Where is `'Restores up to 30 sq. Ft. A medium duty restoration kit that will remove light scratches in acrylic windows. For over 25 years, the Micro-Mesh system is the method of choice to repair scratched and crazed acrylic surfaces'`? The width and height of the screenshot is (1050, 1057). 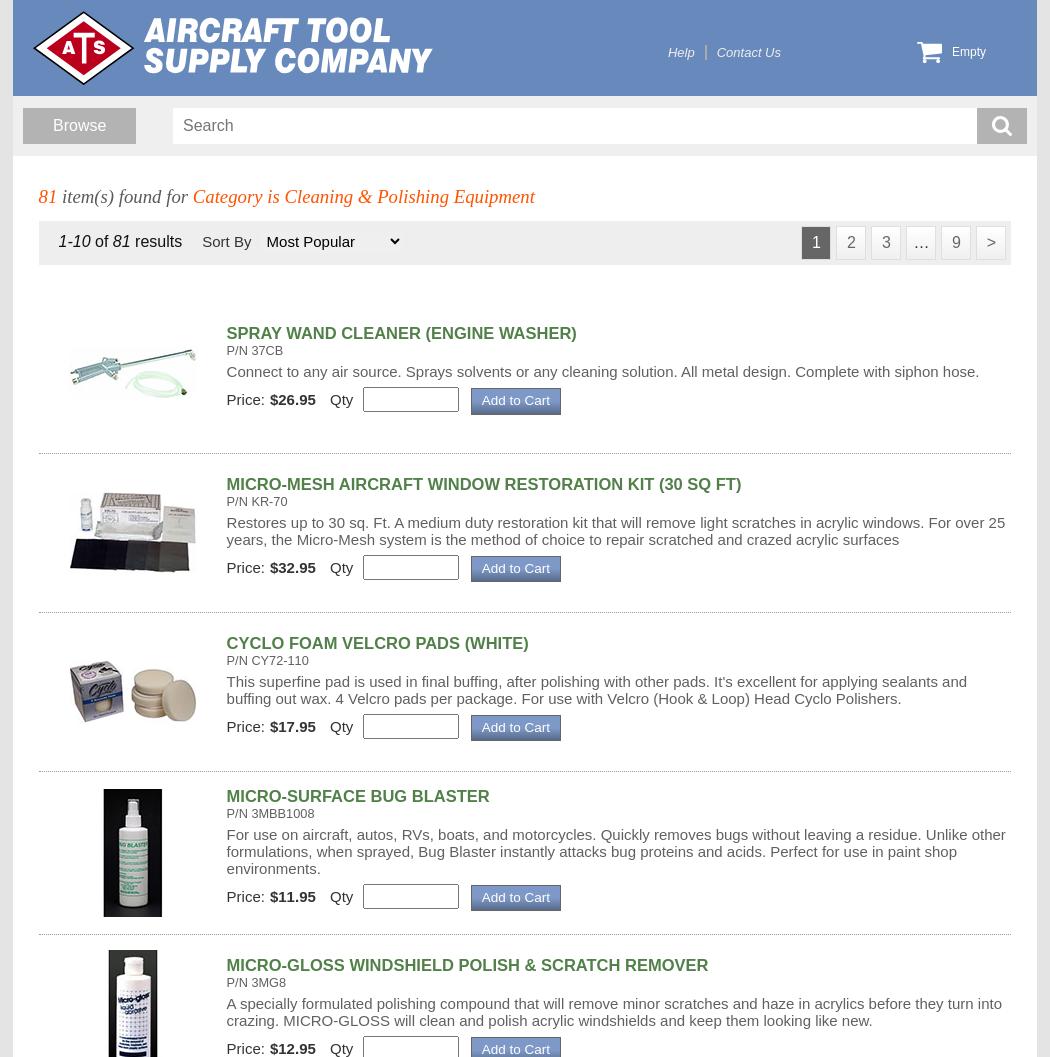 'Restores up to 30 sq. Ft. A medium duty restoration kit that will remove light scratches in acrylic windows. For over 25 years, the Micro-Mesh system is the method of choice to repair scratched and crazed acrylic surfaces' is located at coordinates (225, 528).